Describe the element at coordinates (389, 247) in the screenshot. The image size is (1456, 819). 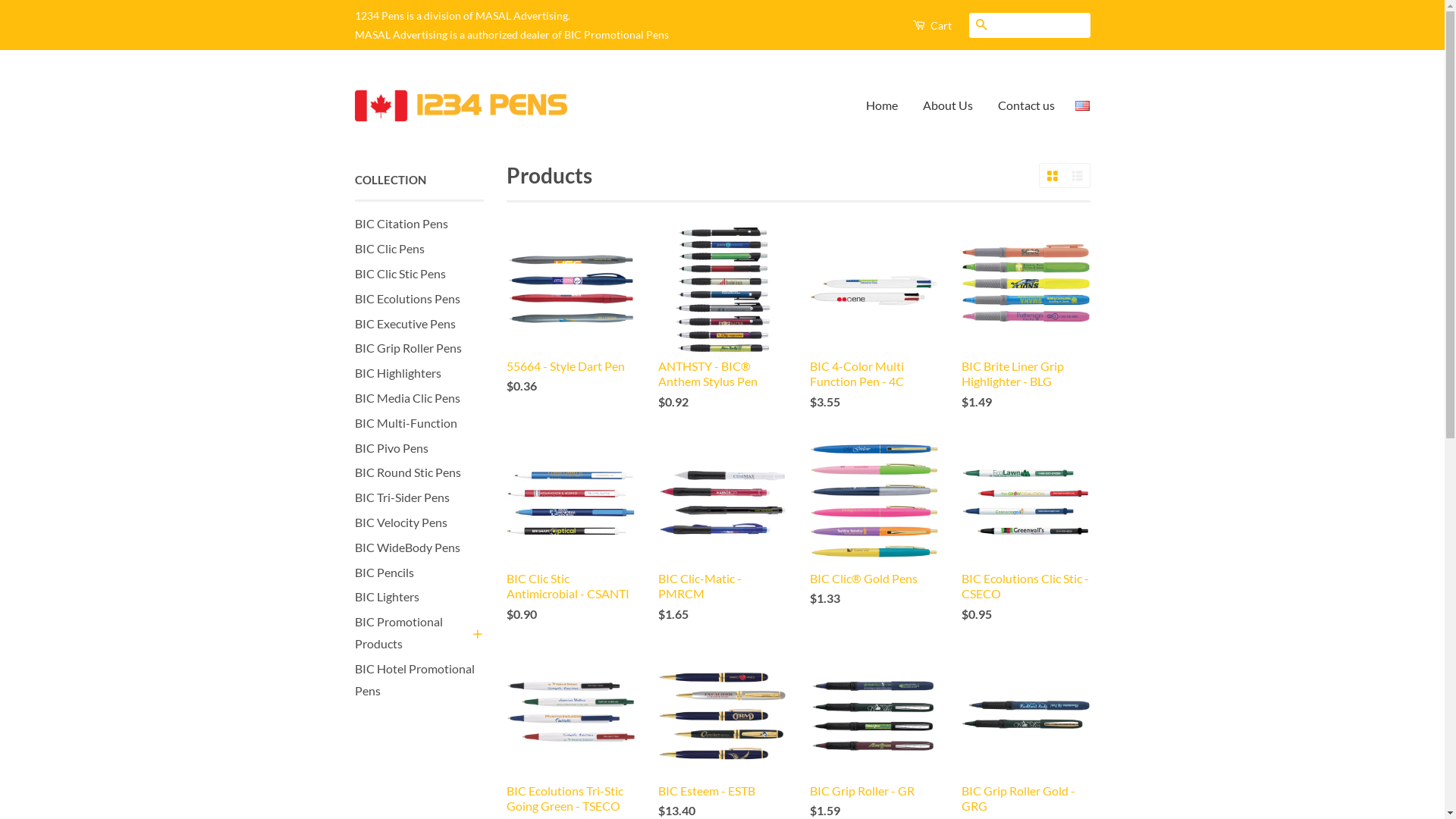
I see `'BIC Clic Pens'` at that location.